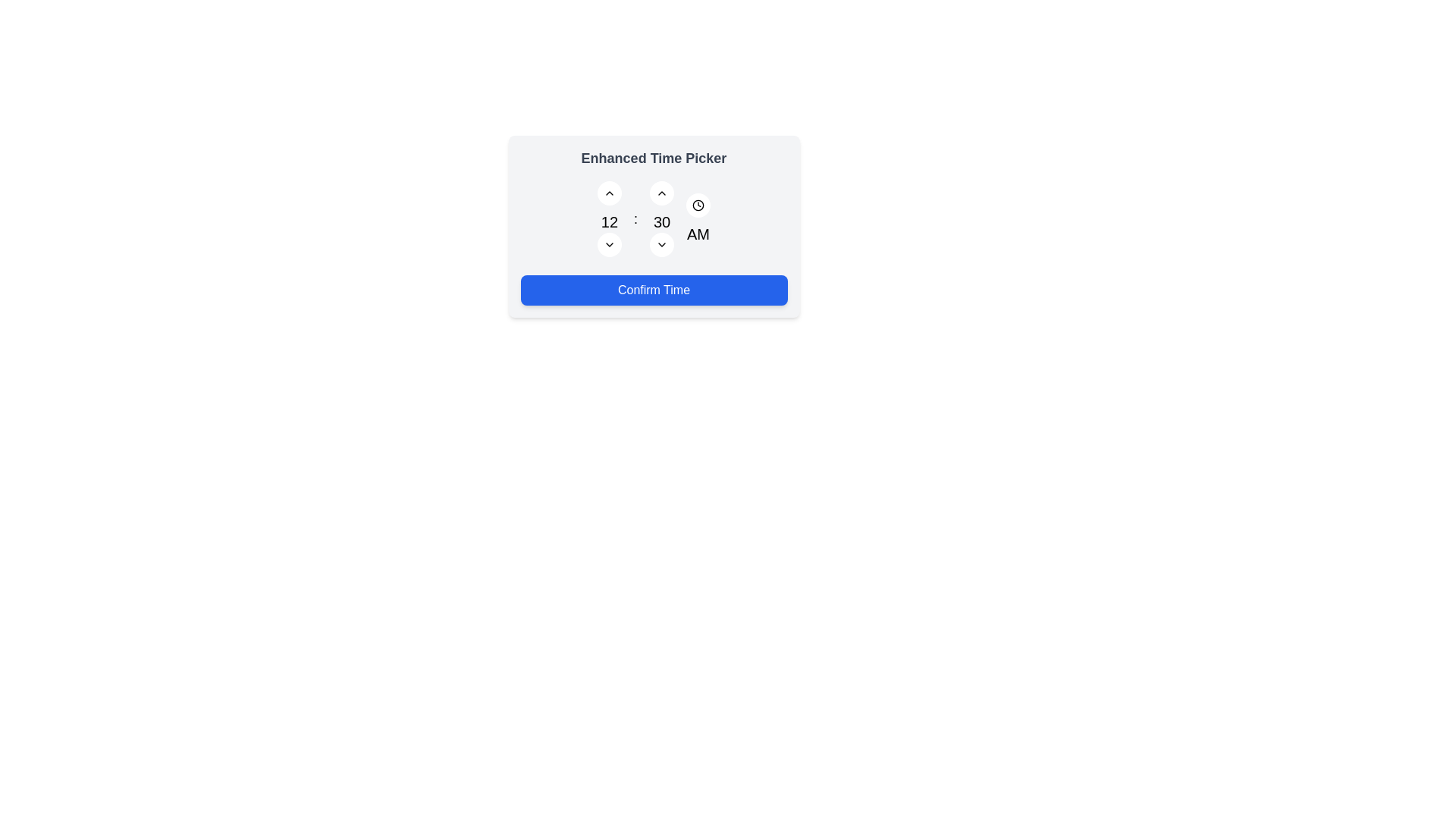 This screenshot has height=819, width=1456. What do you see at coordinates (662, 219) in the screenshot?
I see `the increment button of the vertically arranged time selector component, which displays '30' and is located between the hour selector and the meridian selector` at bounding box center [662, 219].